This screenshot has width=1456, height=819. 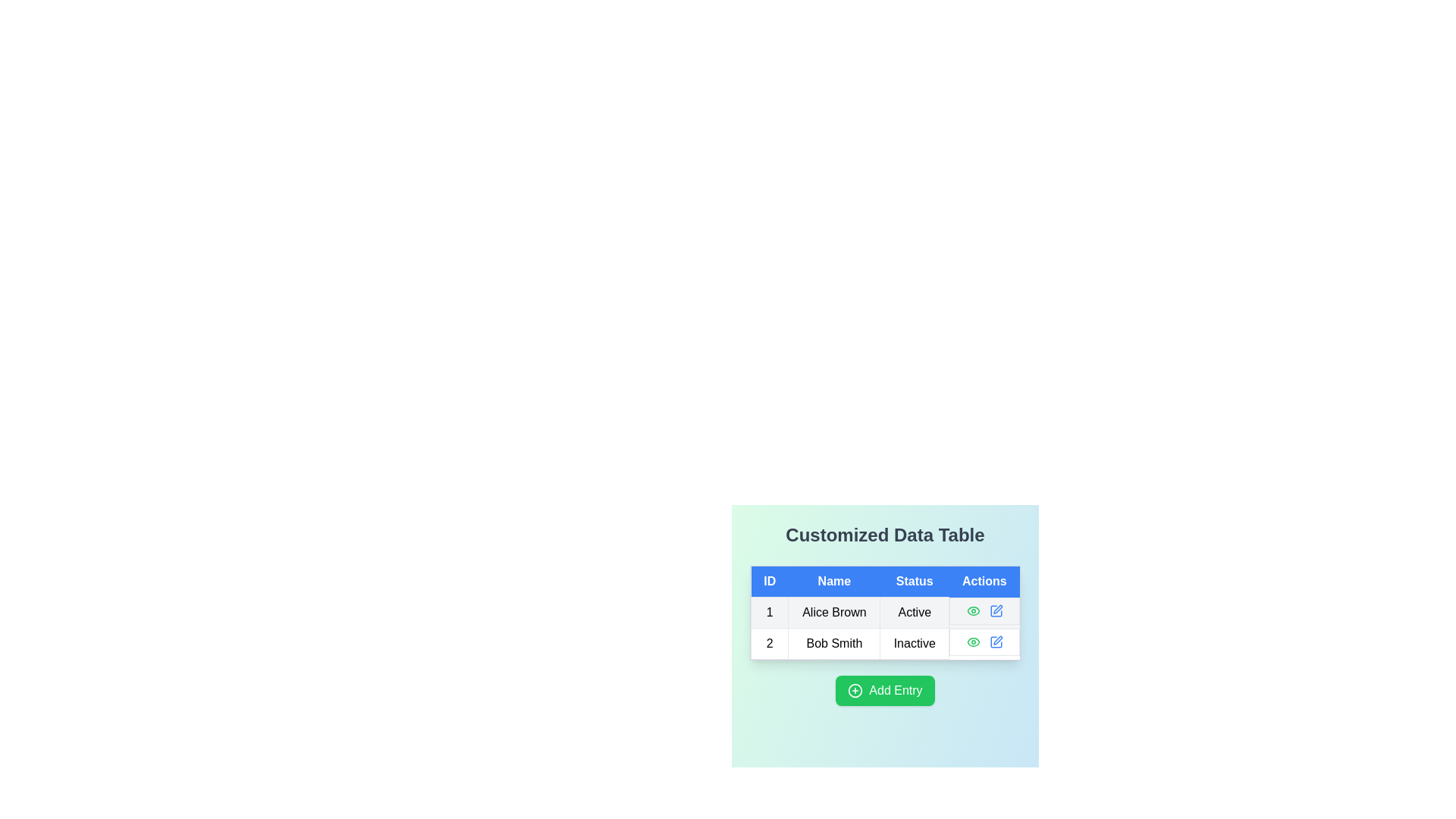 I want to click on the first table cell containing the text '1', so click(x=770, y=611).